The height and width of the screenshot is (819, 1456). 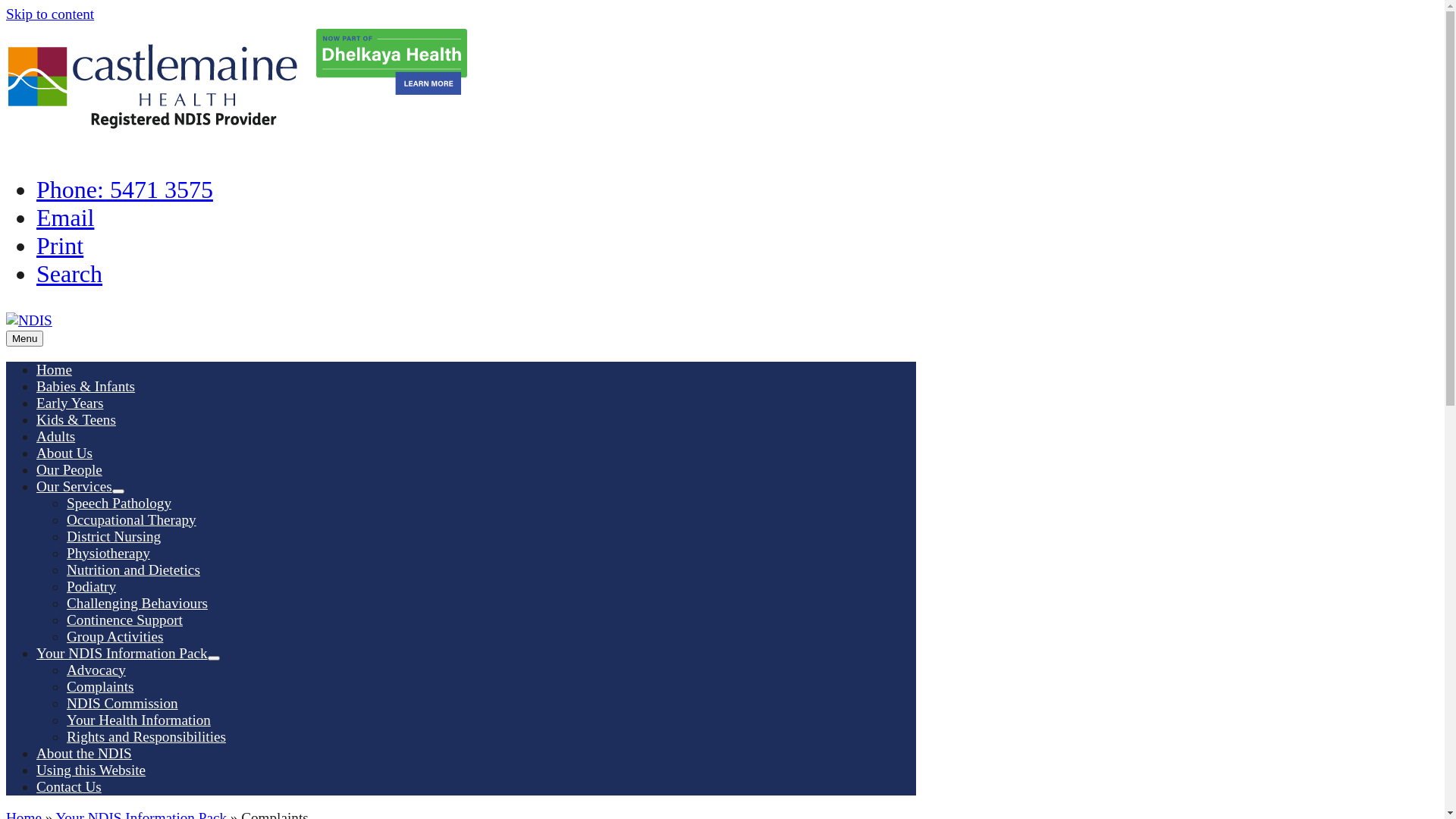 What do you see at coordinates (68, 274) in the screenshot?
I see `'Search'` at bounding box center [68, 274].